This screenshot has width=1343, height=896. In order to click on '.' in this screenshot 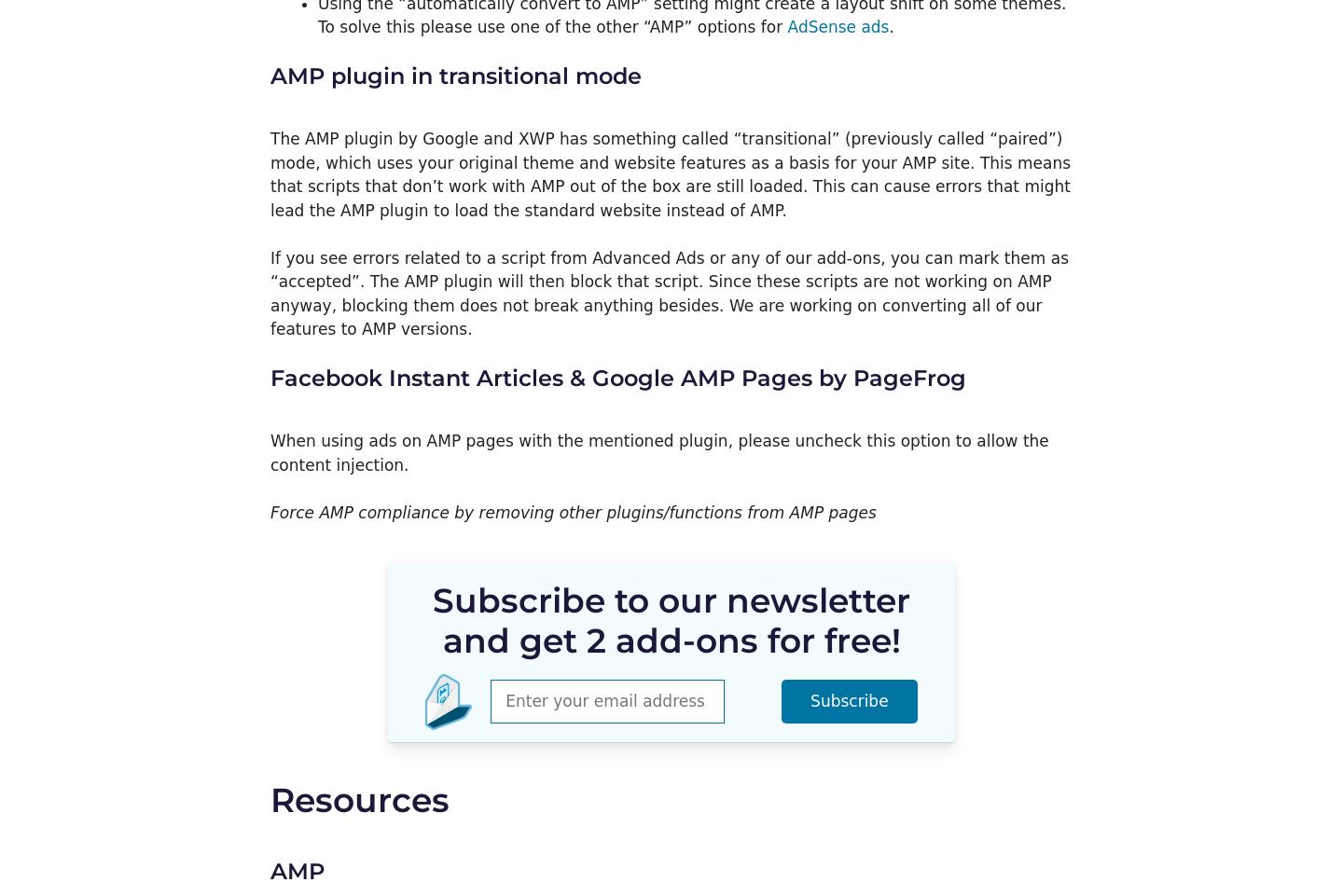, I will do `click(891, 26)`.